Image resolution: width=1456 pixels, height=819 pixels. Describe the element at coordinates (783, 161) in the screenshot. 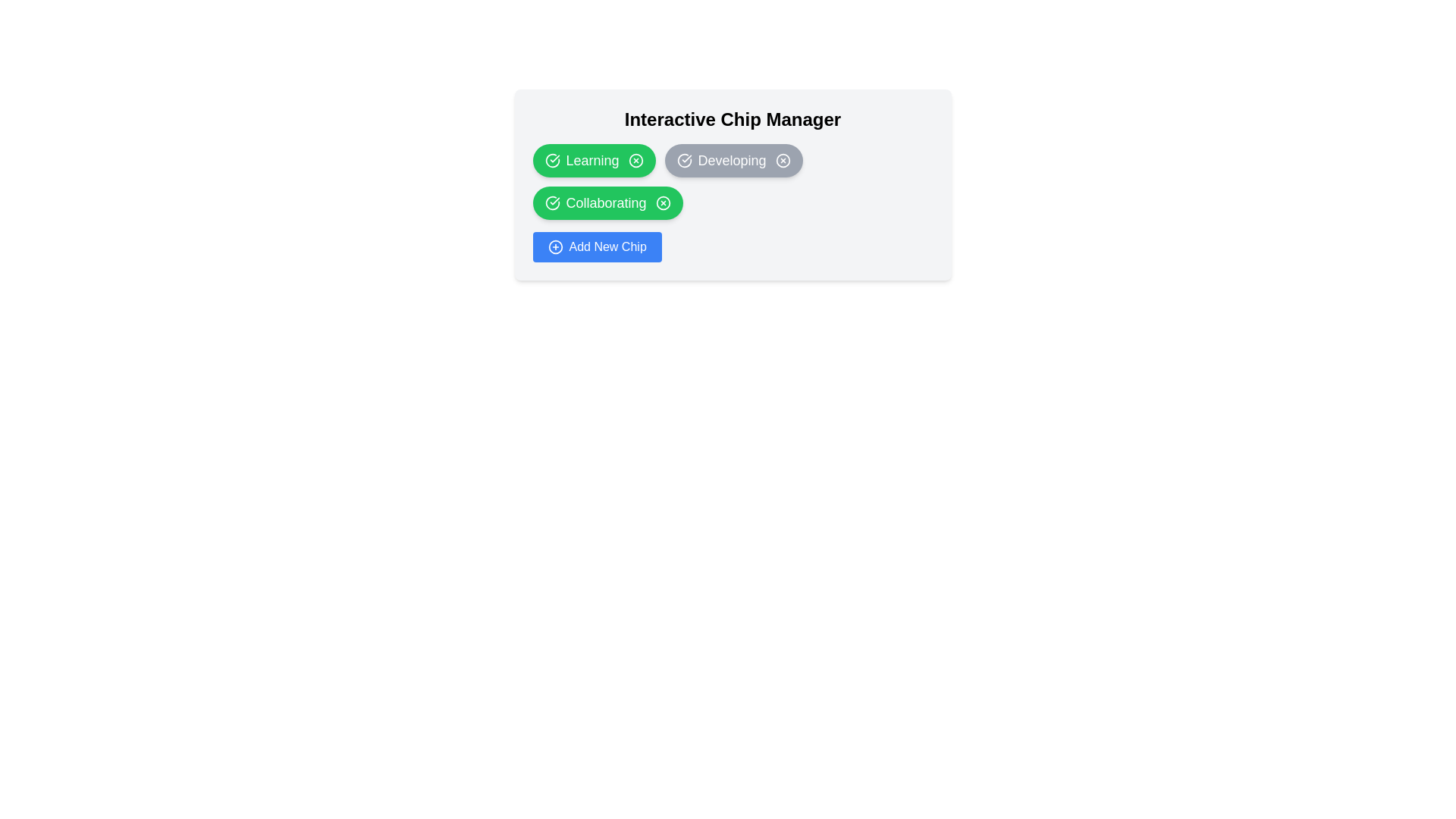

I see `the close/remove icon button located at the far right of the 'Developing' chip` at that location.